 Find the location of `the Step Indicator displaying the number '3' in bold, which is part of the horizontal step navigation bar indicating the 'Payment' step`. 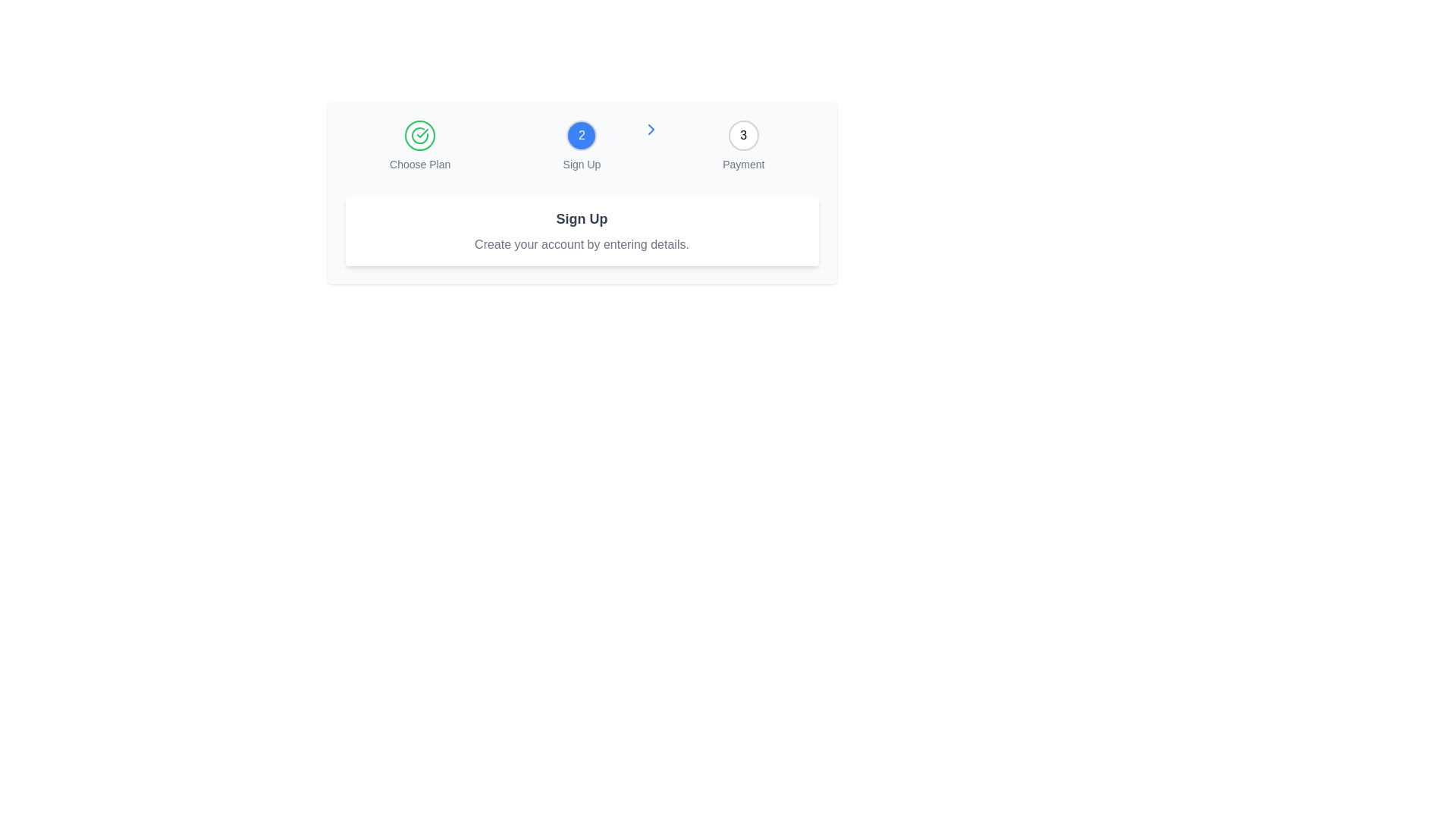

the Step Indicator displaying the number '3' in bold, which is part of the horizontal step navigation bar indicating the 'Payment' step is located at coordinates (743, 134).